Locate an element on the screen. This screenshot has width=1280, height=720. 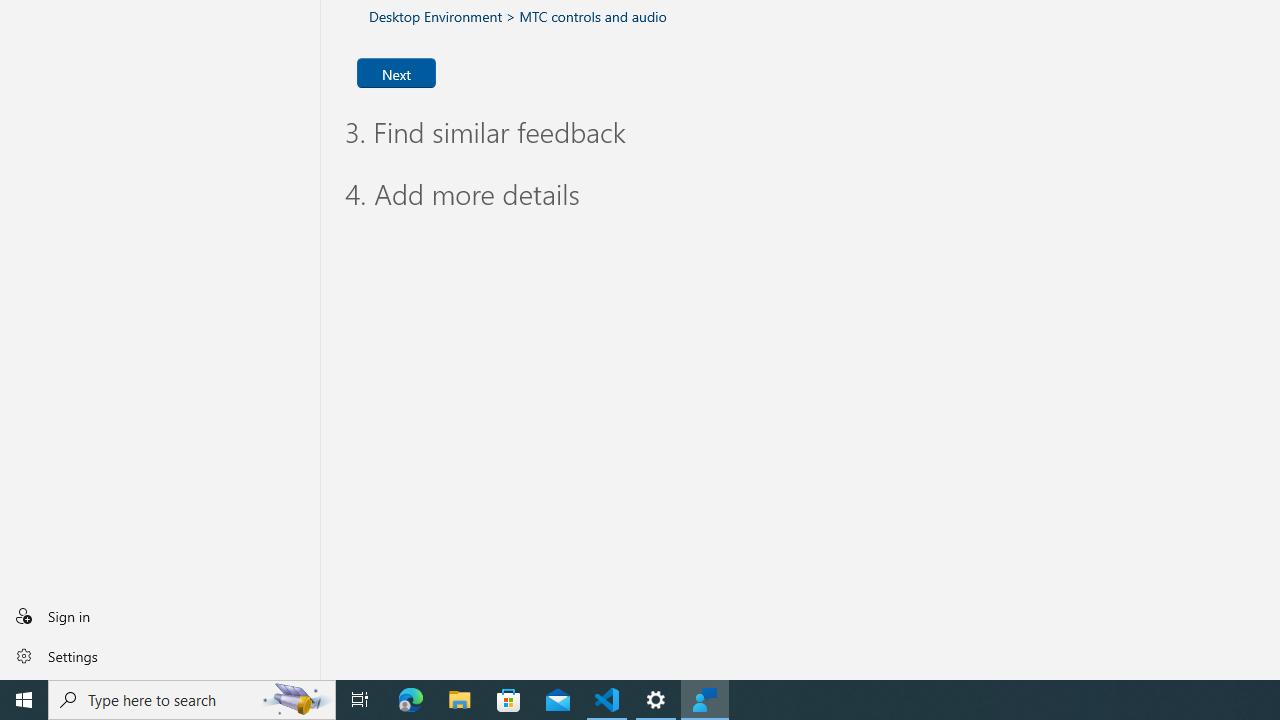
'Next' is located at coordinates (396, 72).